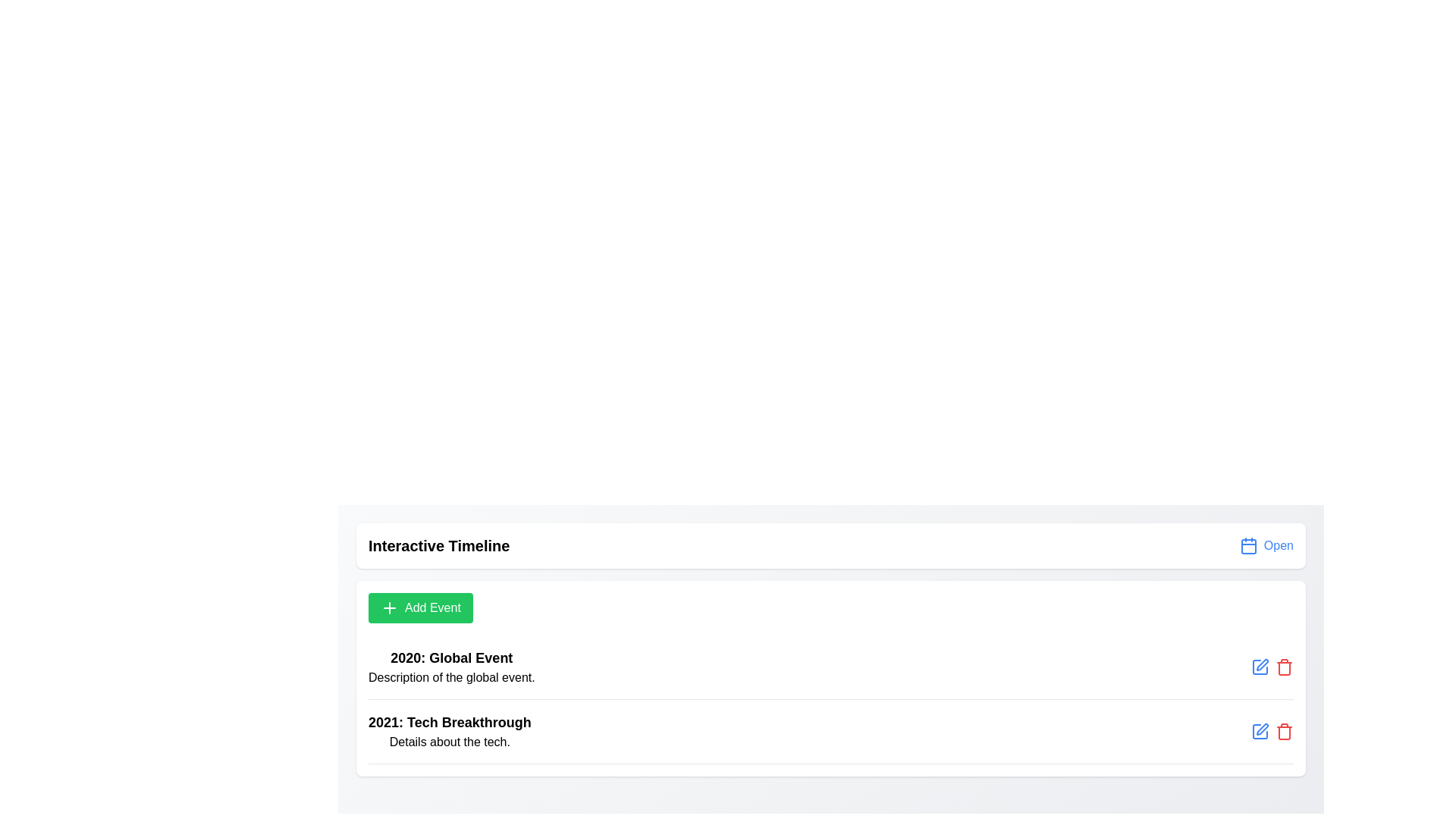 This screenshot has height=819, width=1456. What do you see at coordinates (1266, 546) in the screenshot?
I see `the 'Open' button in the header of the InteractiveTimeline component` at bounding box center [1266, 546].